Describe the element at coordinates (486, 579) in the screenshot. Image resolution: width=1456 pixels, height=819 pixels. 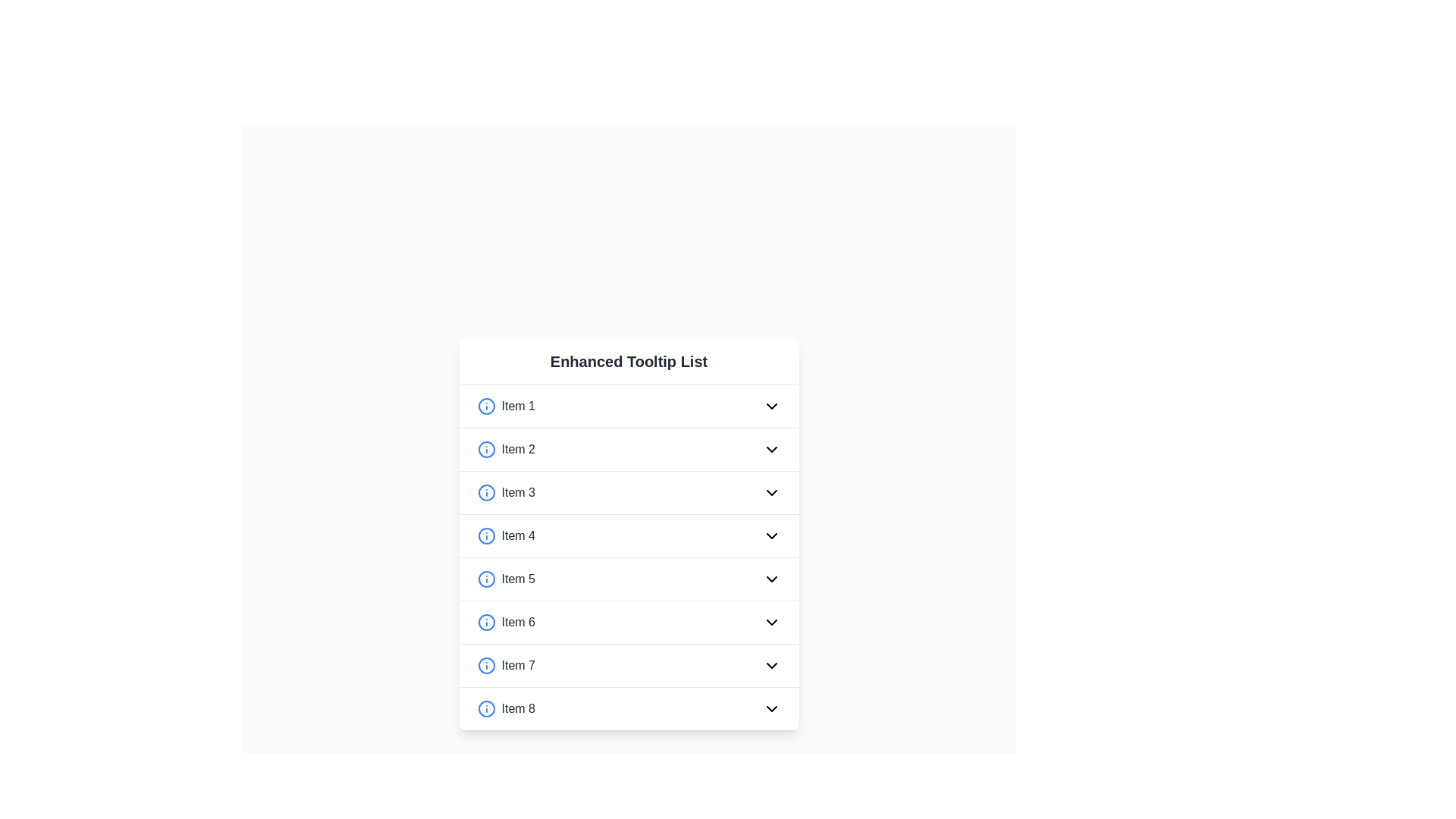
I see `the circular shape with a blue outline and white fill, which is the fifth indicator aligned to the left of 'Item 5' in the 'Enhanced Tooltip List'` at that location.